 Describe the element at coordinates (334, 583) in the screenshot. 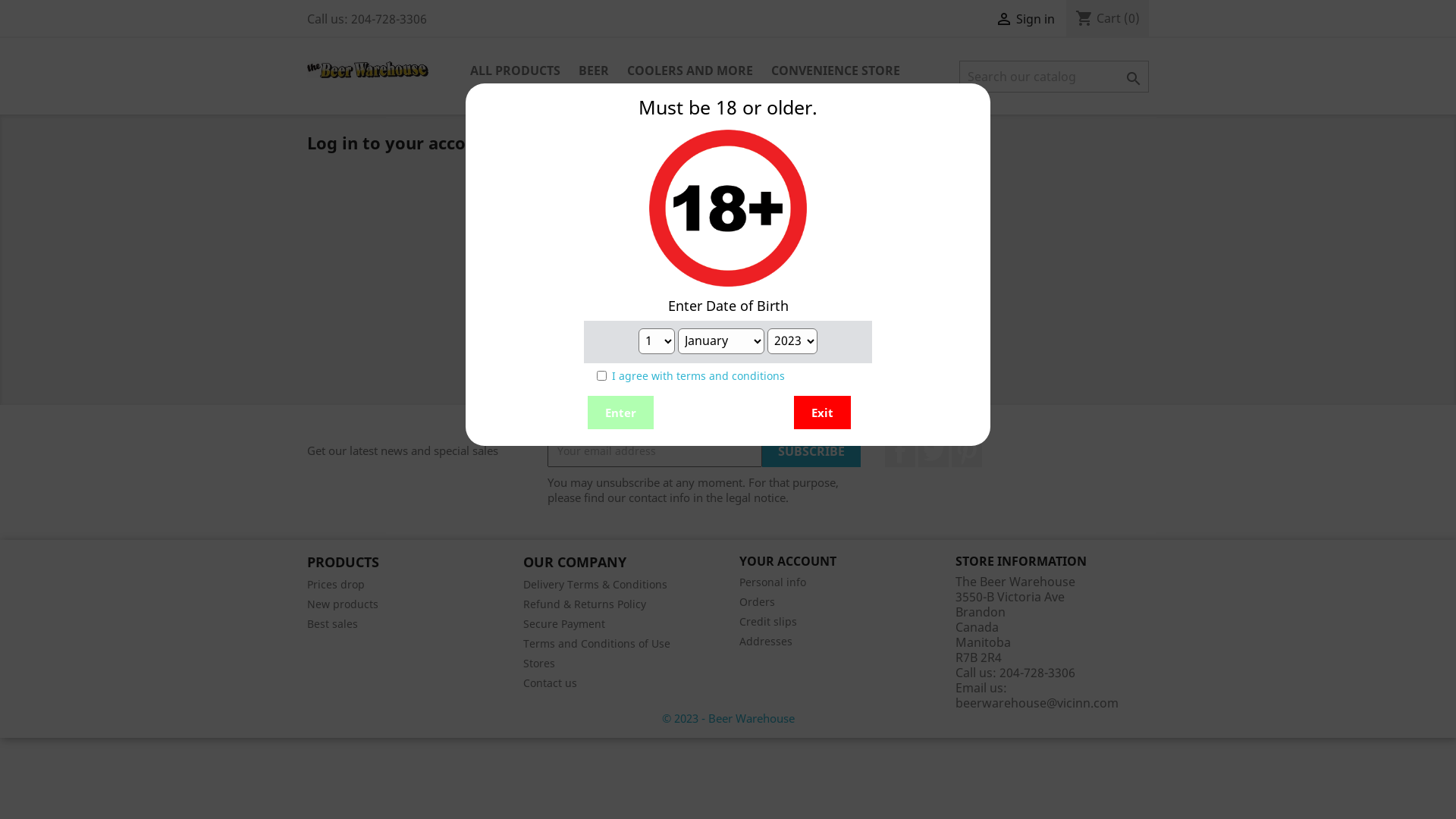

I see `'Prices drop'` at that location.